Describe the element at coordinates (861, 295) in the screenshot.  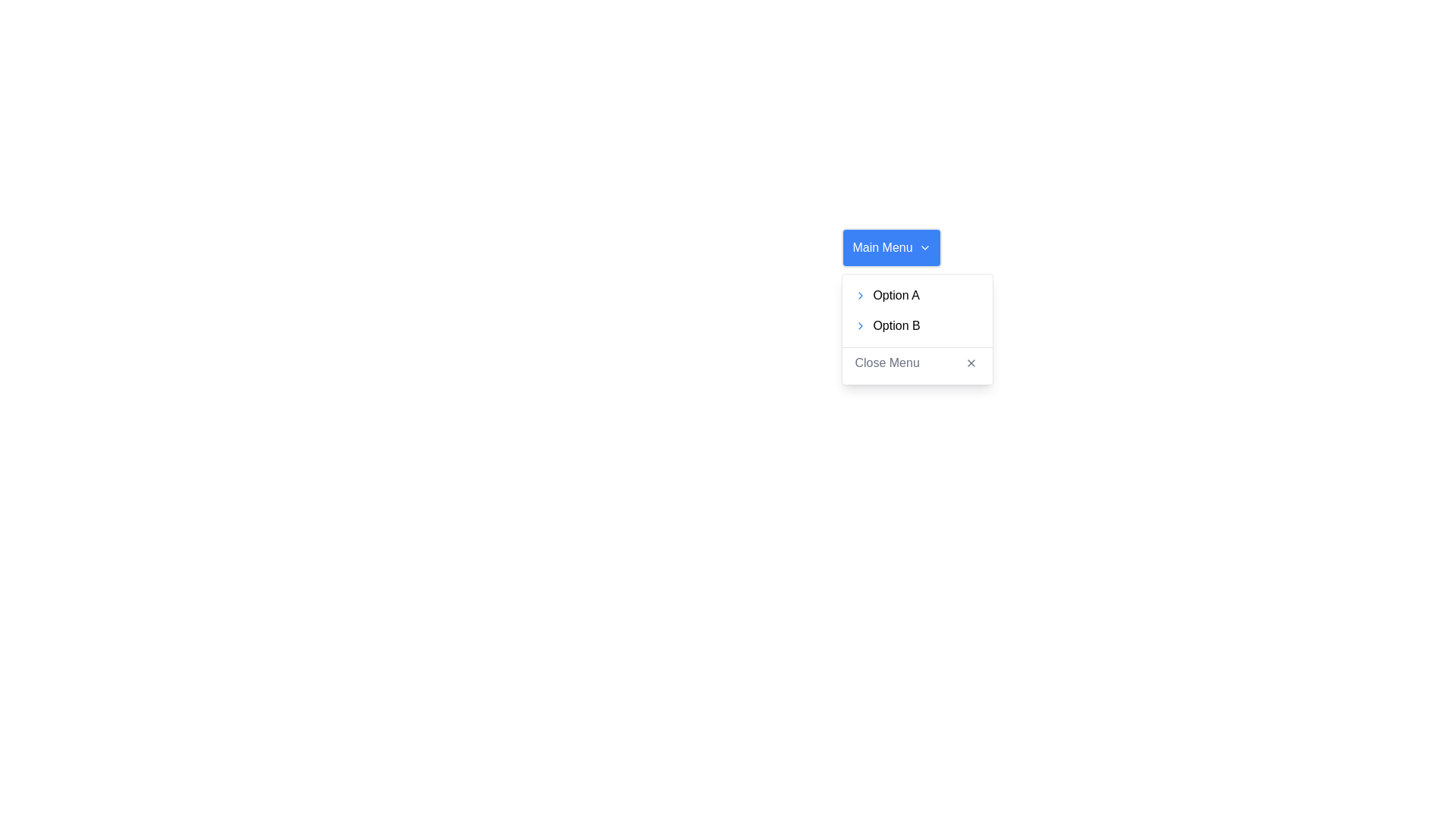
I see `the visual indicator icon located to the left of the 'Option A' menu item to interact with it` at that location.